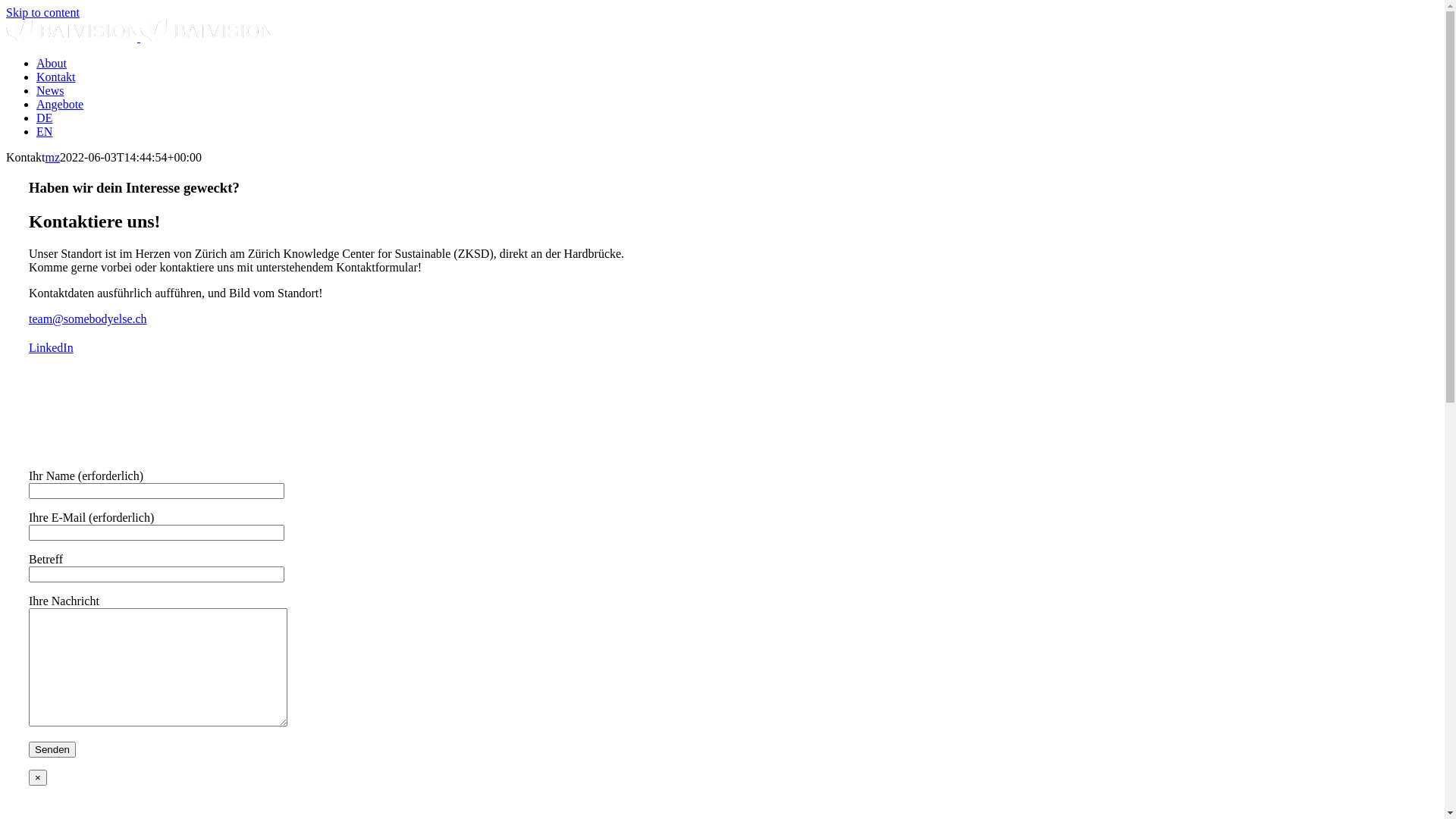 Image resolution: width=1456 pixels, height=819 pixels. What do you see at coordinates (44, 117) in the screenshot?
I see `'DE'` at bounding box center [44, 117].